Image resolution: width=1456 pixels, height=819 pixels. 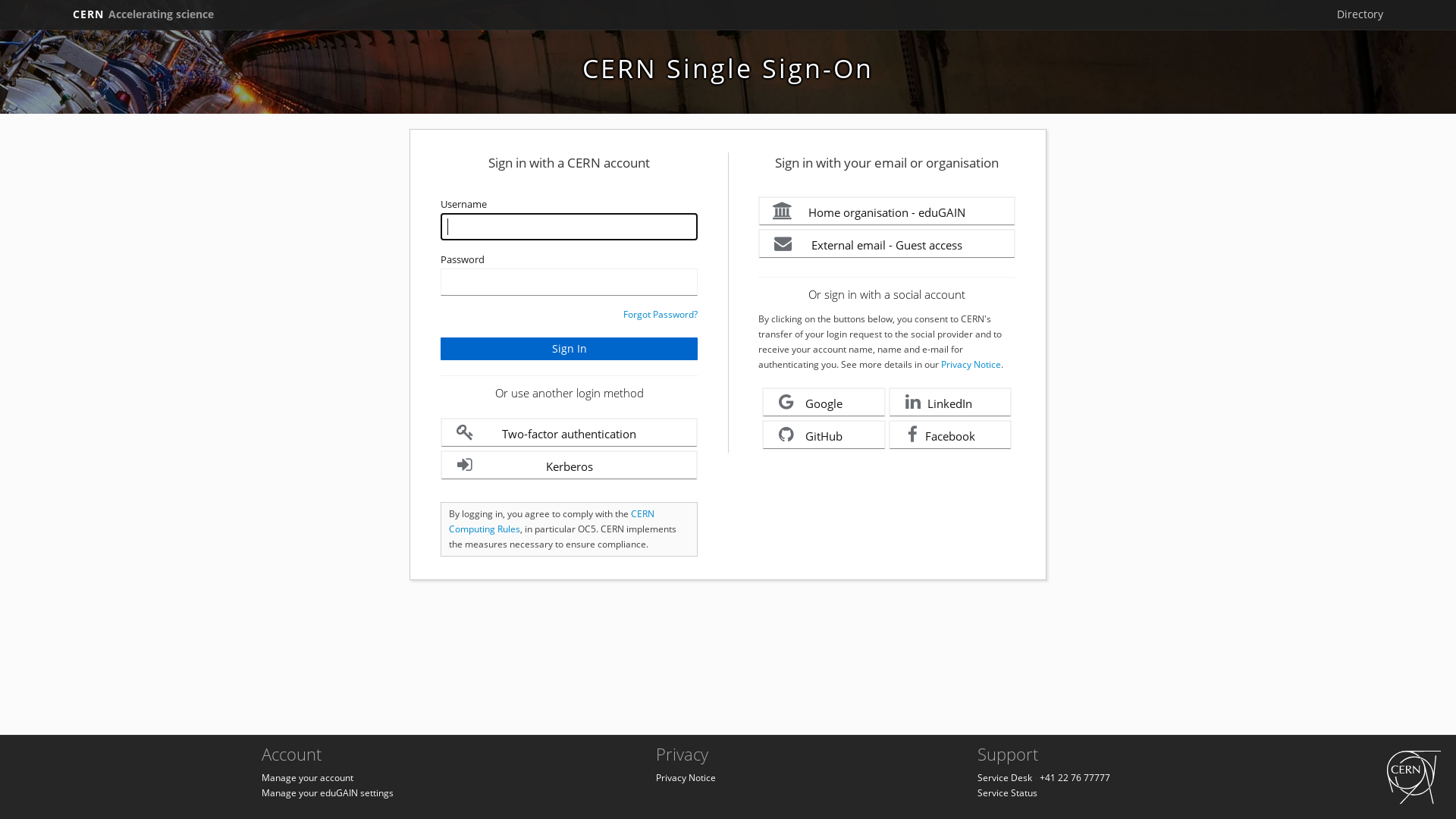 I want to click on 'Privacy Notice', so click(x=971, y=364).